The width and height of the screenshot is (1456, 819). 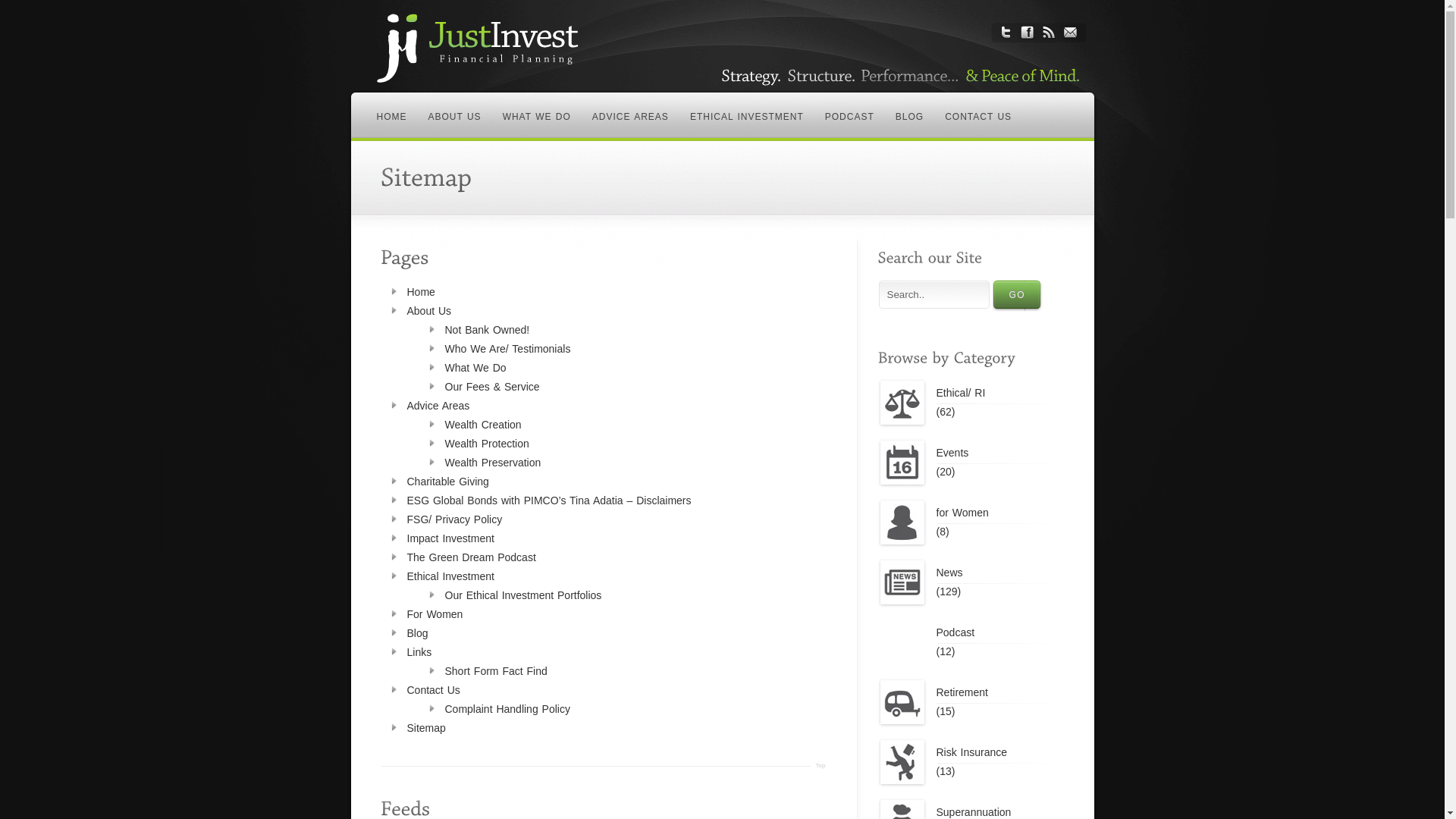 I want to click on 'Wealth Preservation', so click(x=492, y=461).